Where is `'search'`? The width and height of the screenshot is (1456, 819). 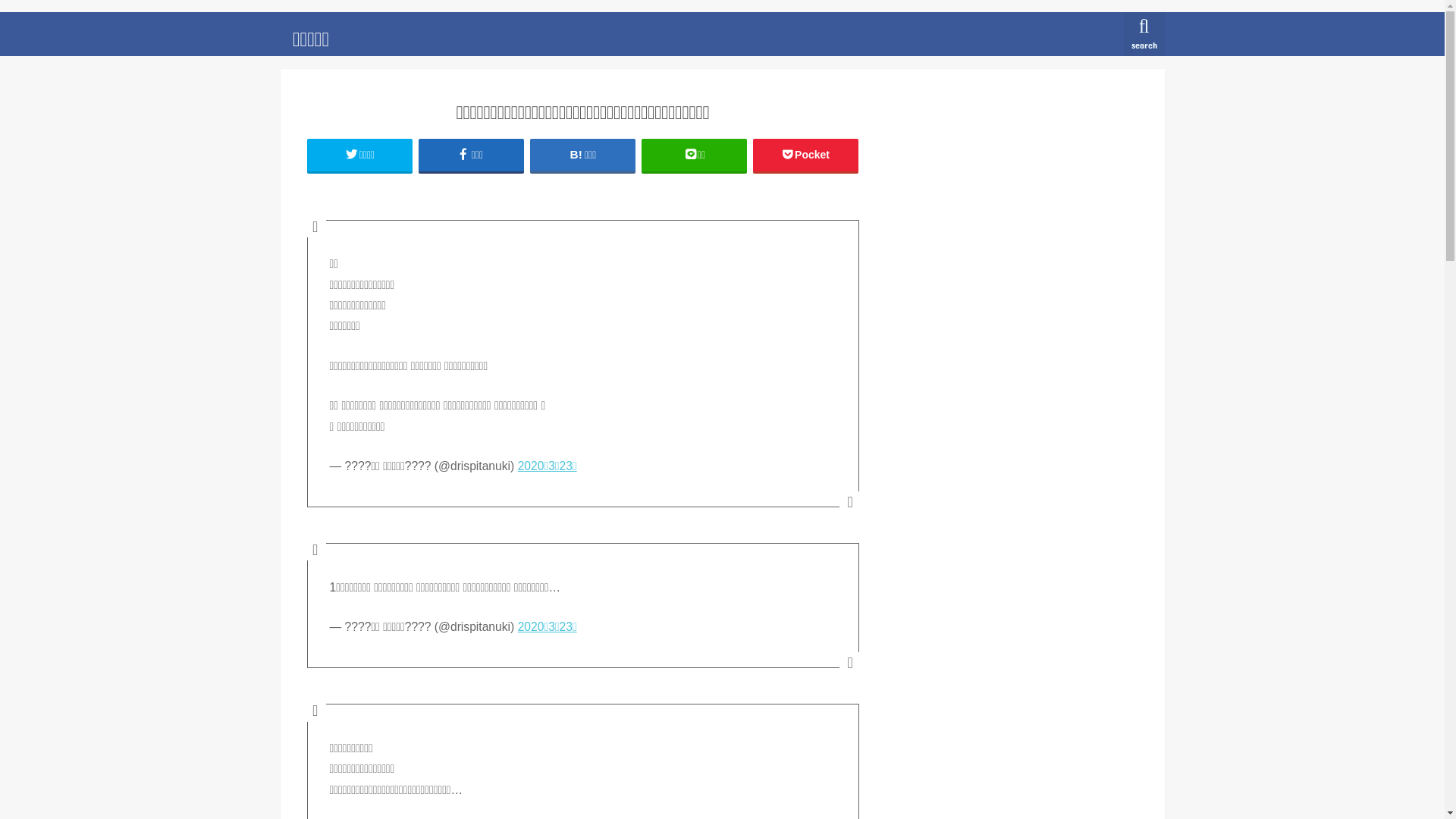
'search' is located at coordinates (1144, 34).